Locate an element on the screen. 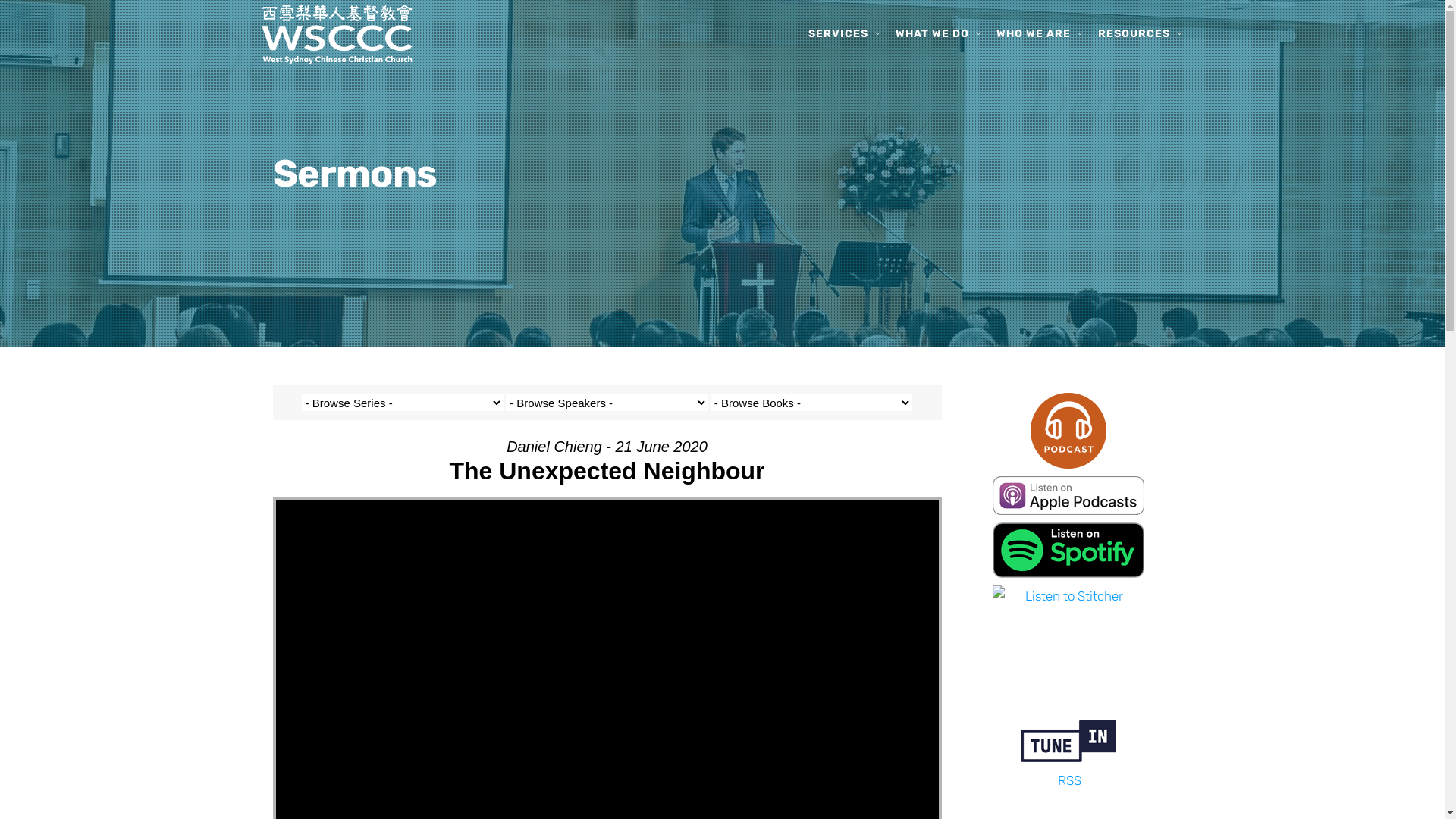  'Podcast-Icon-01-01' is located at coordinates (1066, 430).